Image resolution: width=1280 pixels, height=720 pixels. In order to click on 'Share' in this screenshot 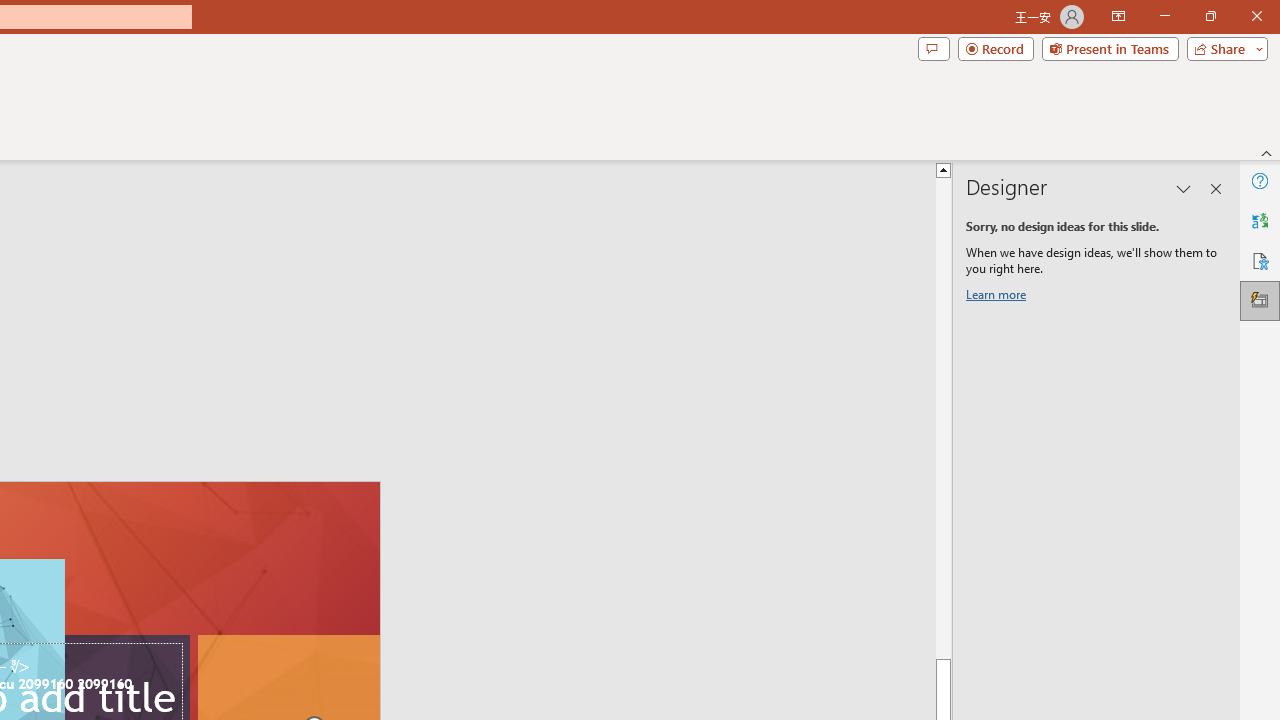, I will do `click(1222, 47)`.